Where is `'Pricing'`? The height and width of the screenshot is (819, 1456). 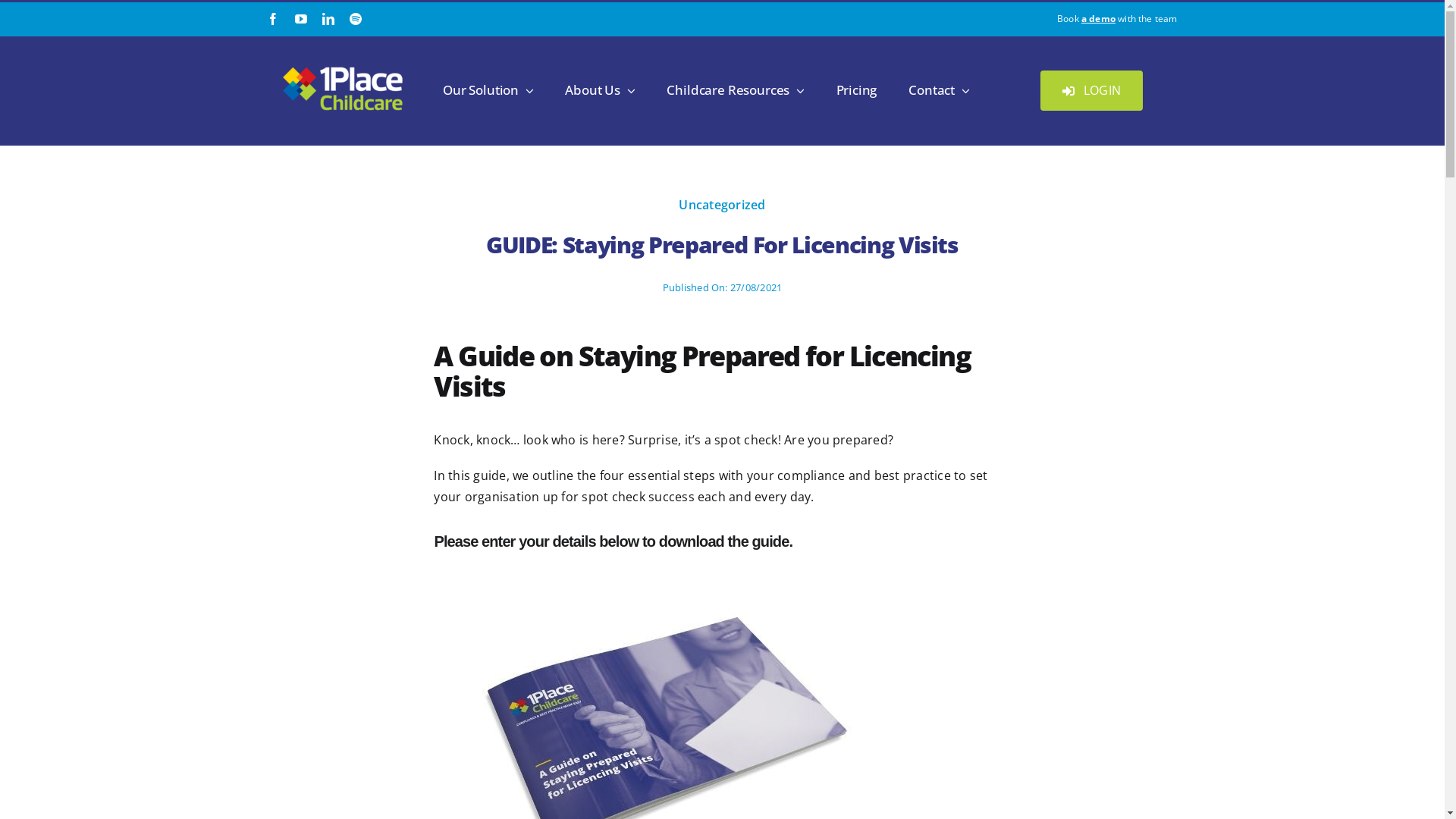
'Pricing' is located at coordinates (856, 90).